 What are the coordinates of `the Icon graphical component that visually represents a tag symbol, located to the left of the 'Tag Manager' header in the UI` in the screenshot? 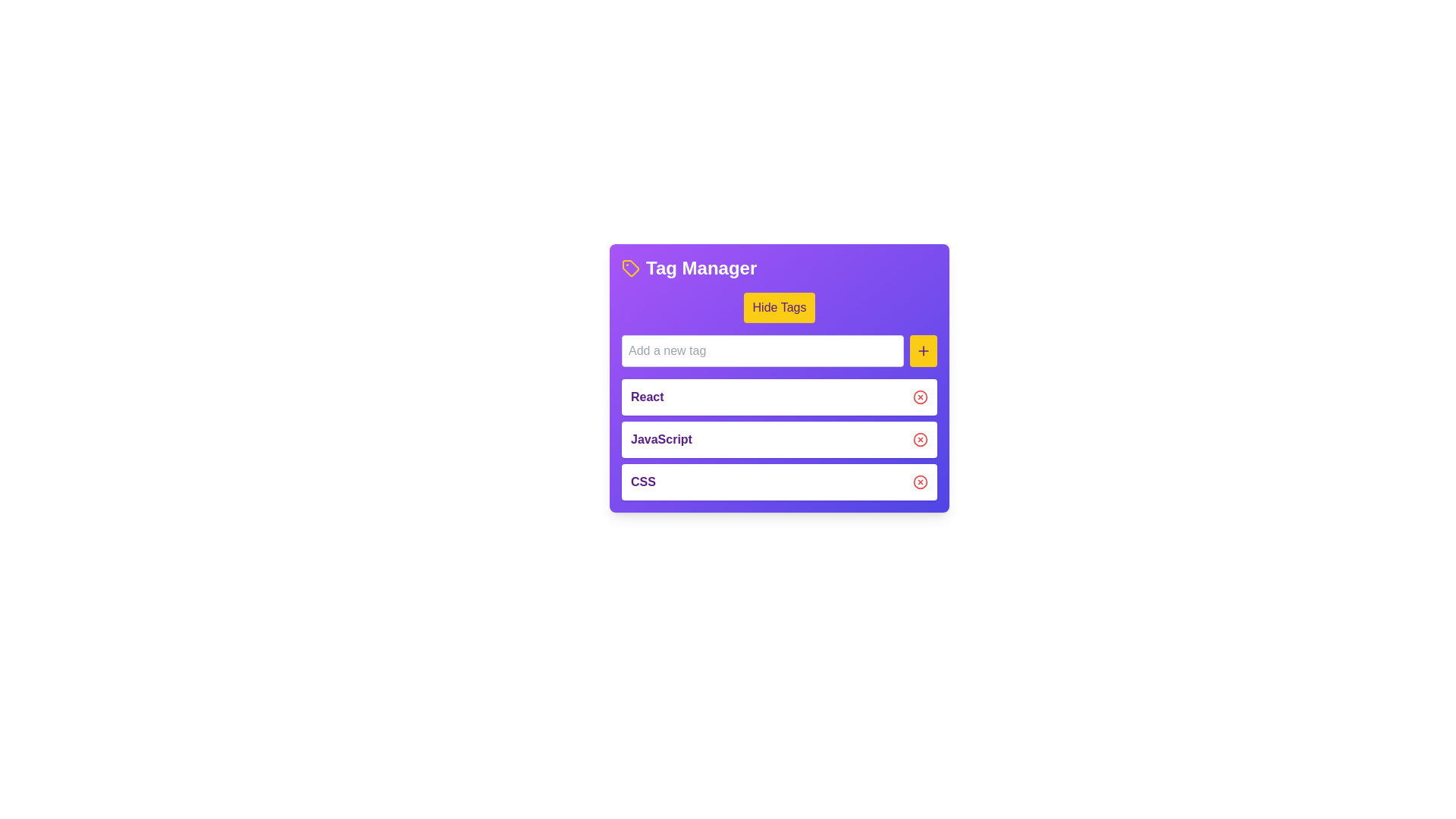 It's located at (630, 268).